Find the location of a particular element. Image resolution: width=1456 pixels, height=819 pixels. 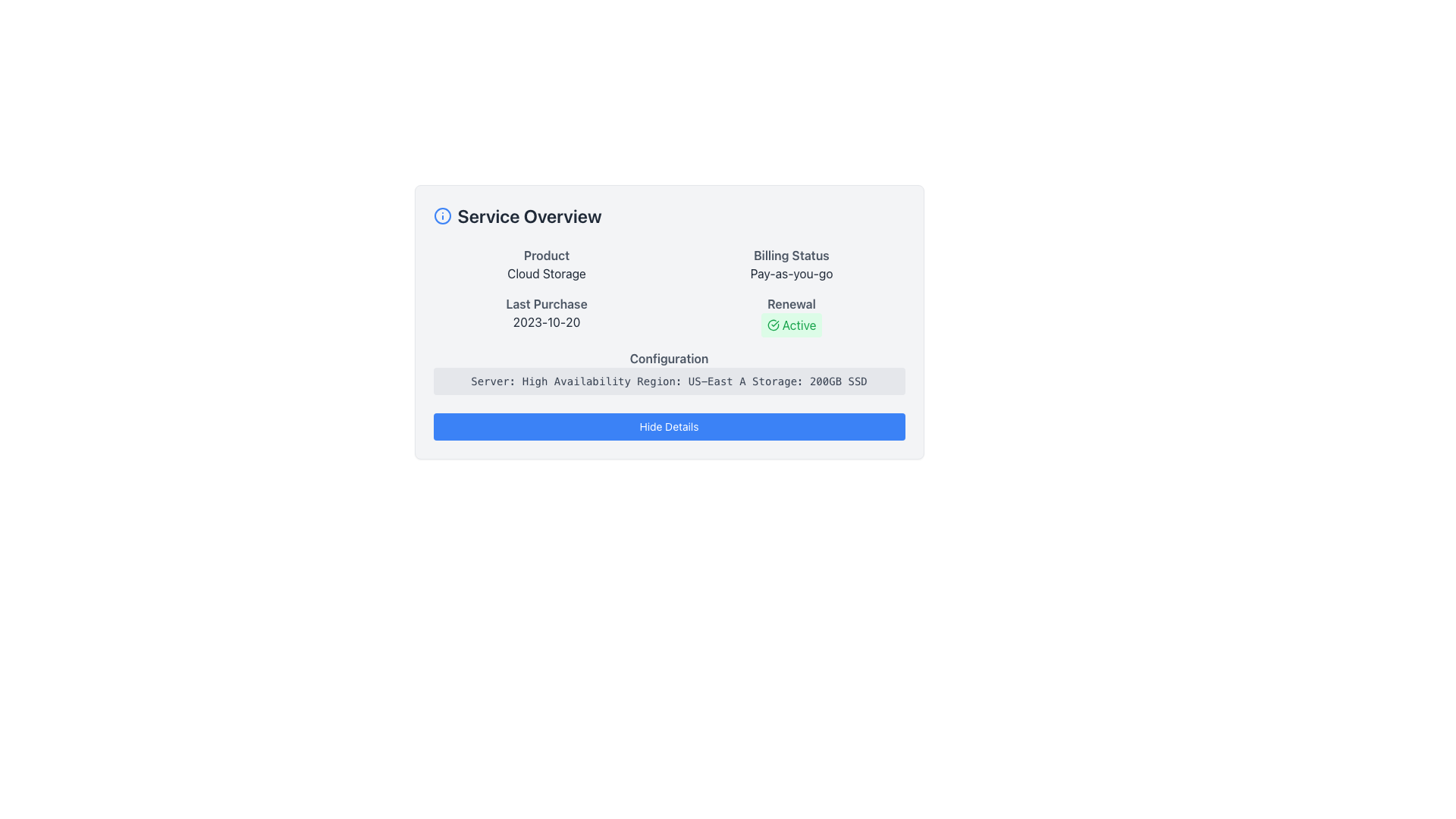

the bolded text label stating 'Configuration' which is gray in color and positioned above the detailed informational text area is located at coordinates (668, 359).